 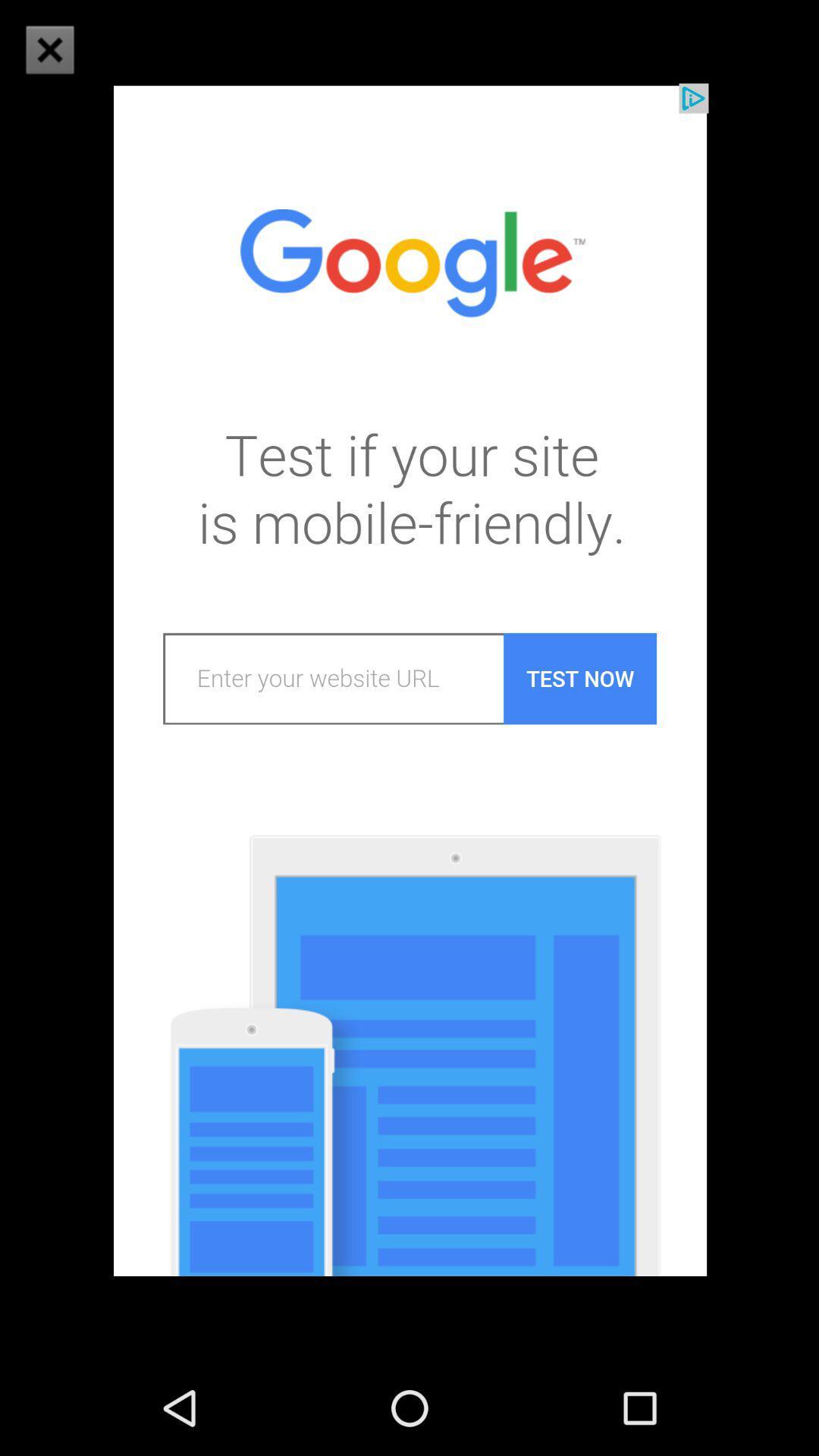 I want to click on the close icon, so click(x=49, y=49).